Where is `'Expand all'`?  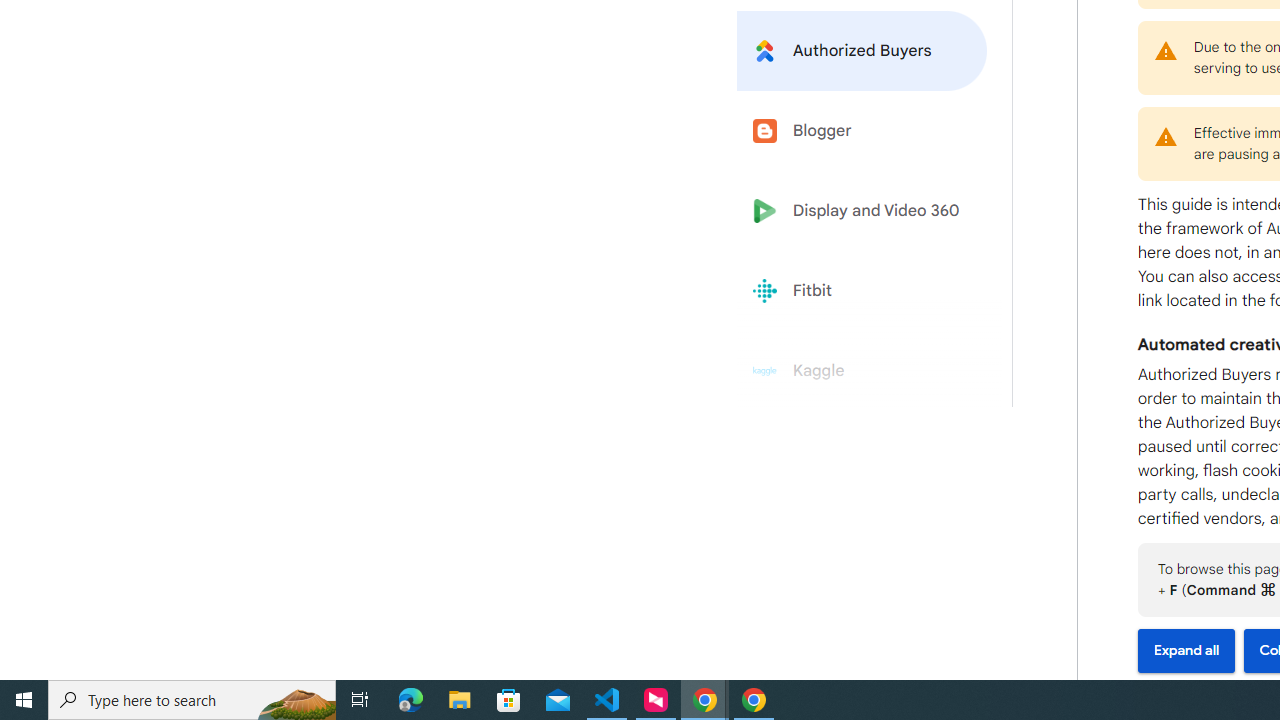 'Expand all' is located at coordinates (1186, 651).